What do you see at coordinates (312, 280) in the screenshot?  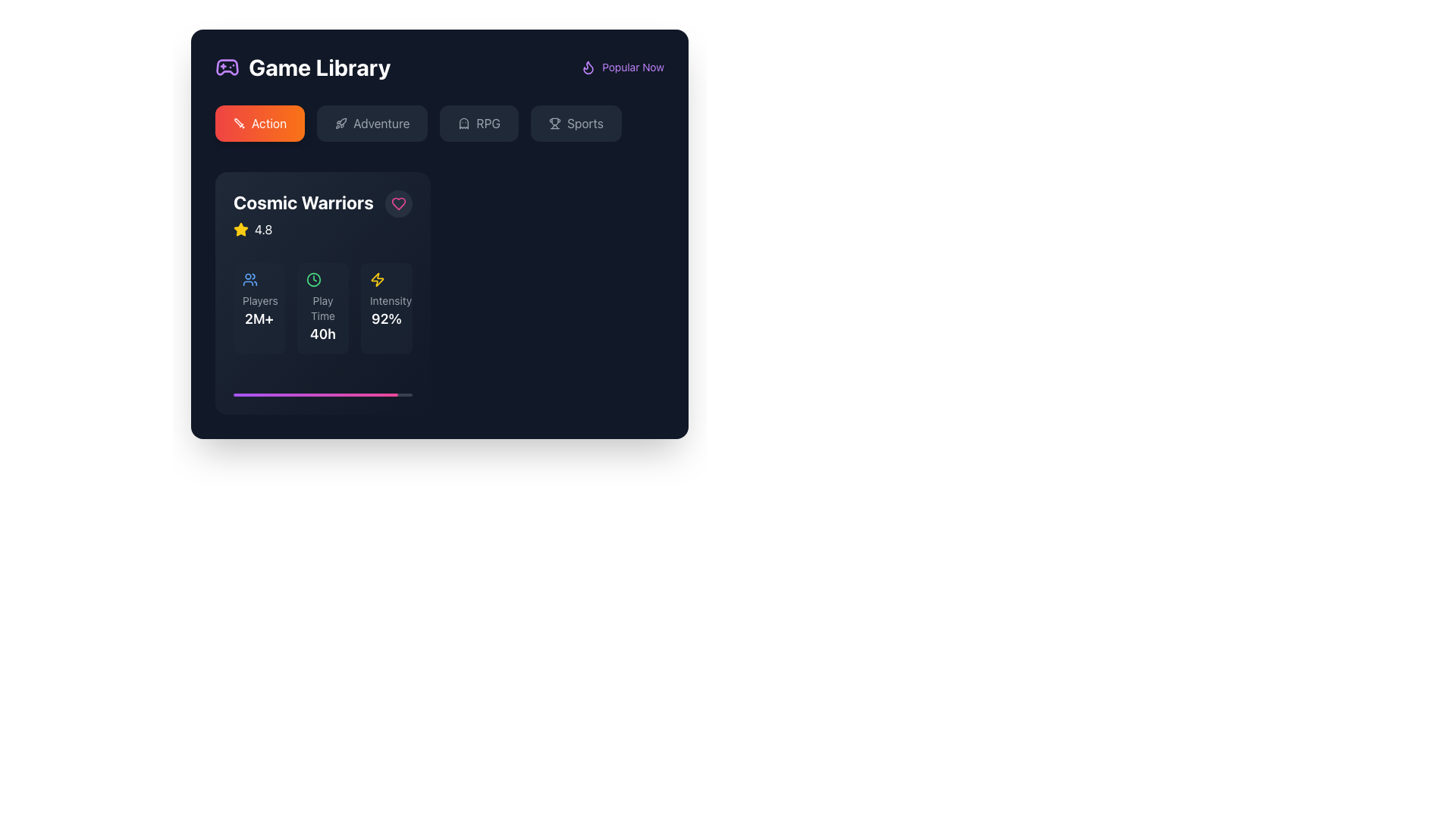 I see `the outer circular graphical icon of the clock in the 'Play Time' section of the 'Cosmic Warriors' game interface` at bounding box center [312, 280].